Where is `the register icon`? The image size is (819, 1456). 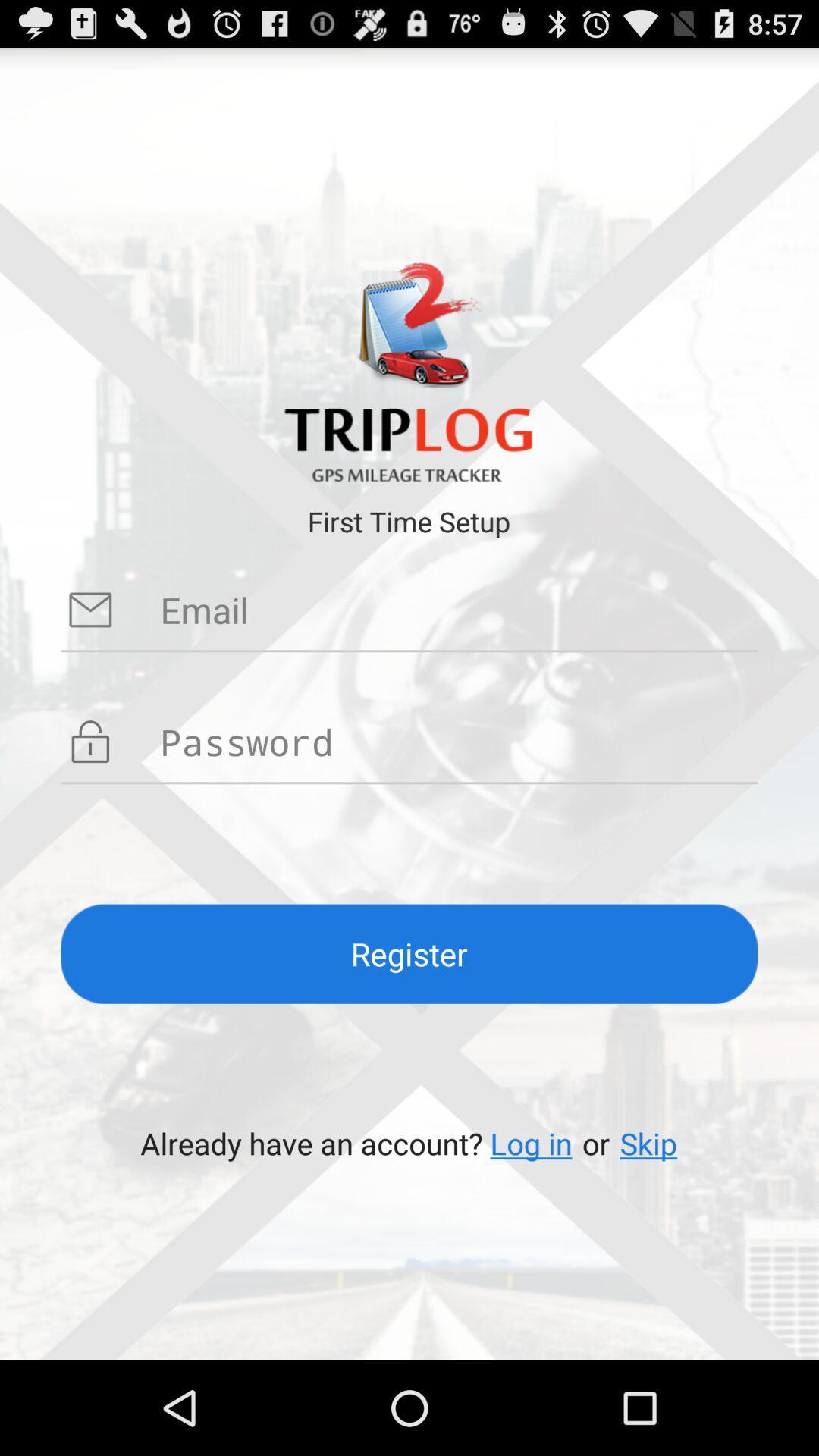
the register icon is located at coordinates (408, 953).